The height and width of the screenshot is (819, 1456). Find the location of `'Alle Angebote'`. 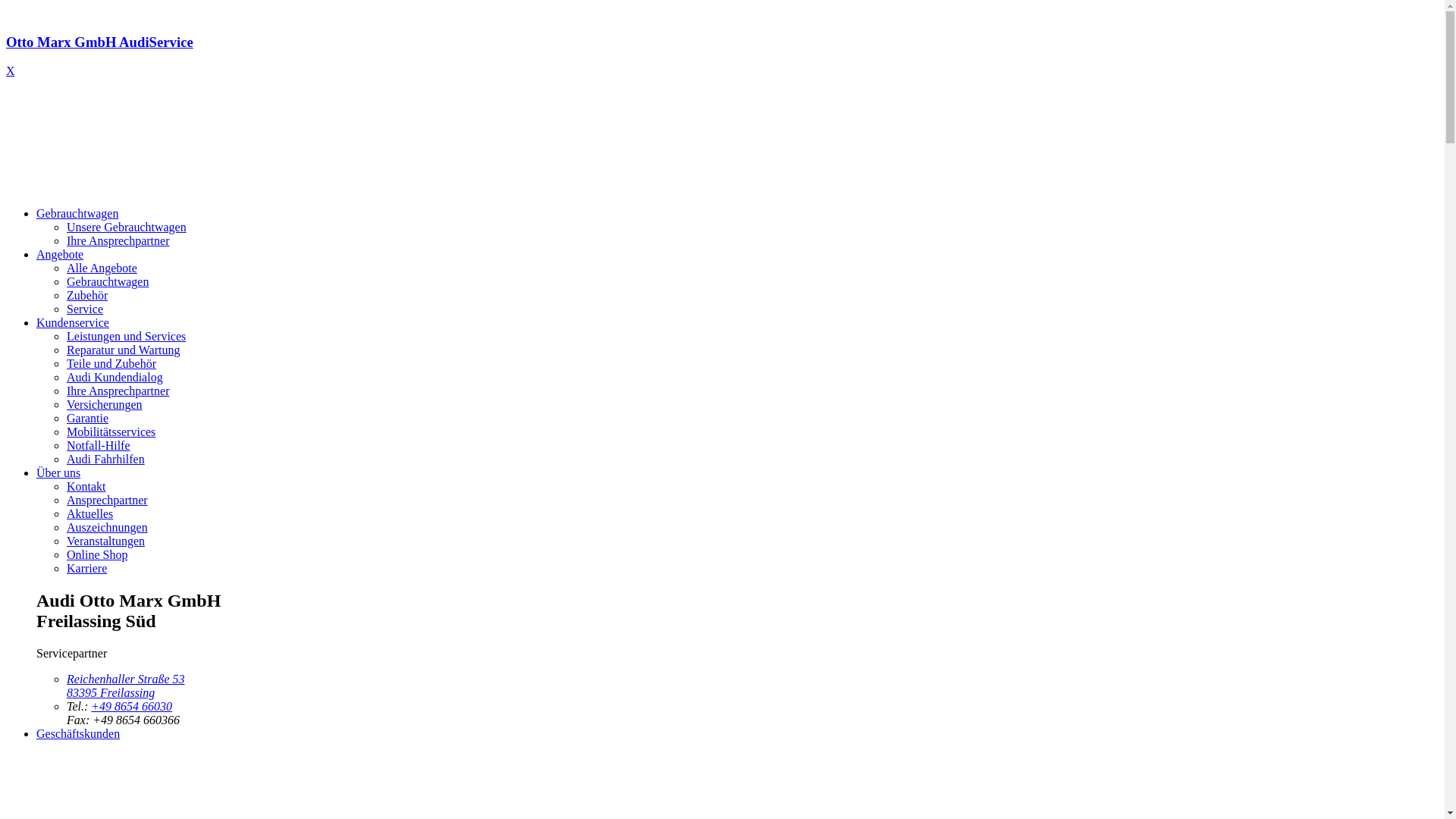

'Alle Angebote' is located at coordinates (101, 267).